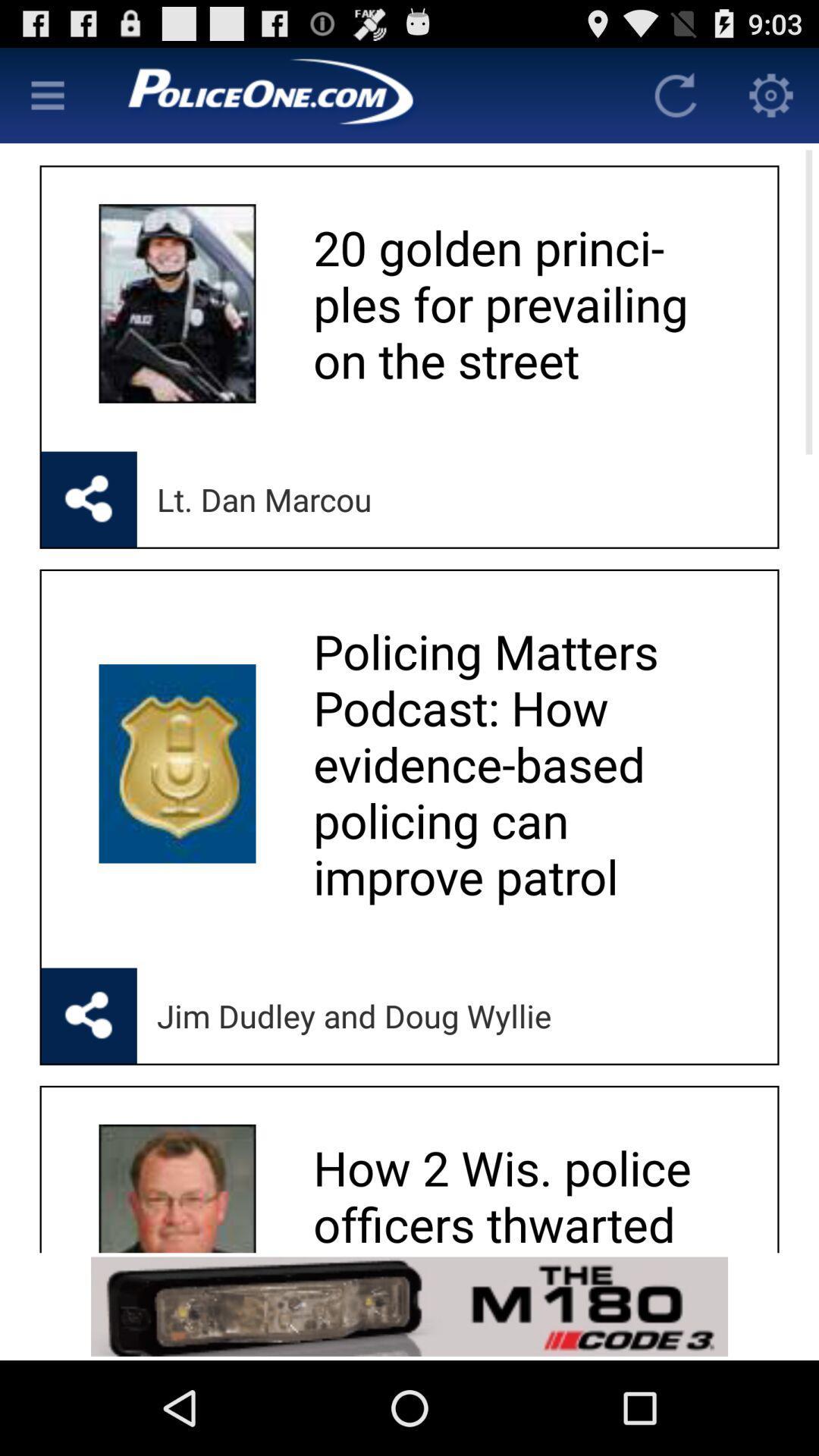  Describe the element at coordinates (362, 94) in the screenshot. I see `advertisement` at that location.